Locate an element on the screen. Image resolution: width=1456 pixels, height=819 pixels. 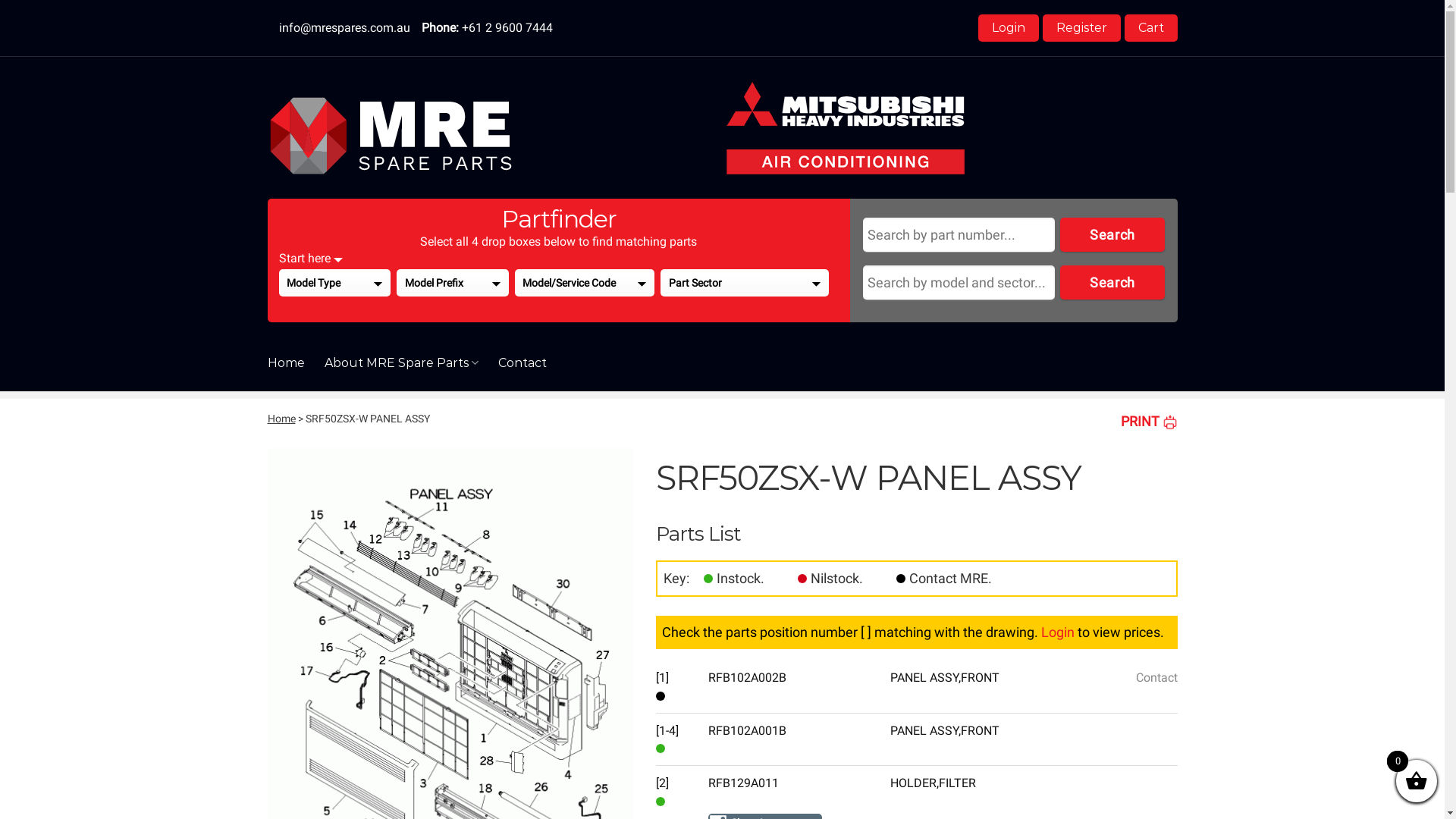
'Register' is located at coordinates (1080, 28).